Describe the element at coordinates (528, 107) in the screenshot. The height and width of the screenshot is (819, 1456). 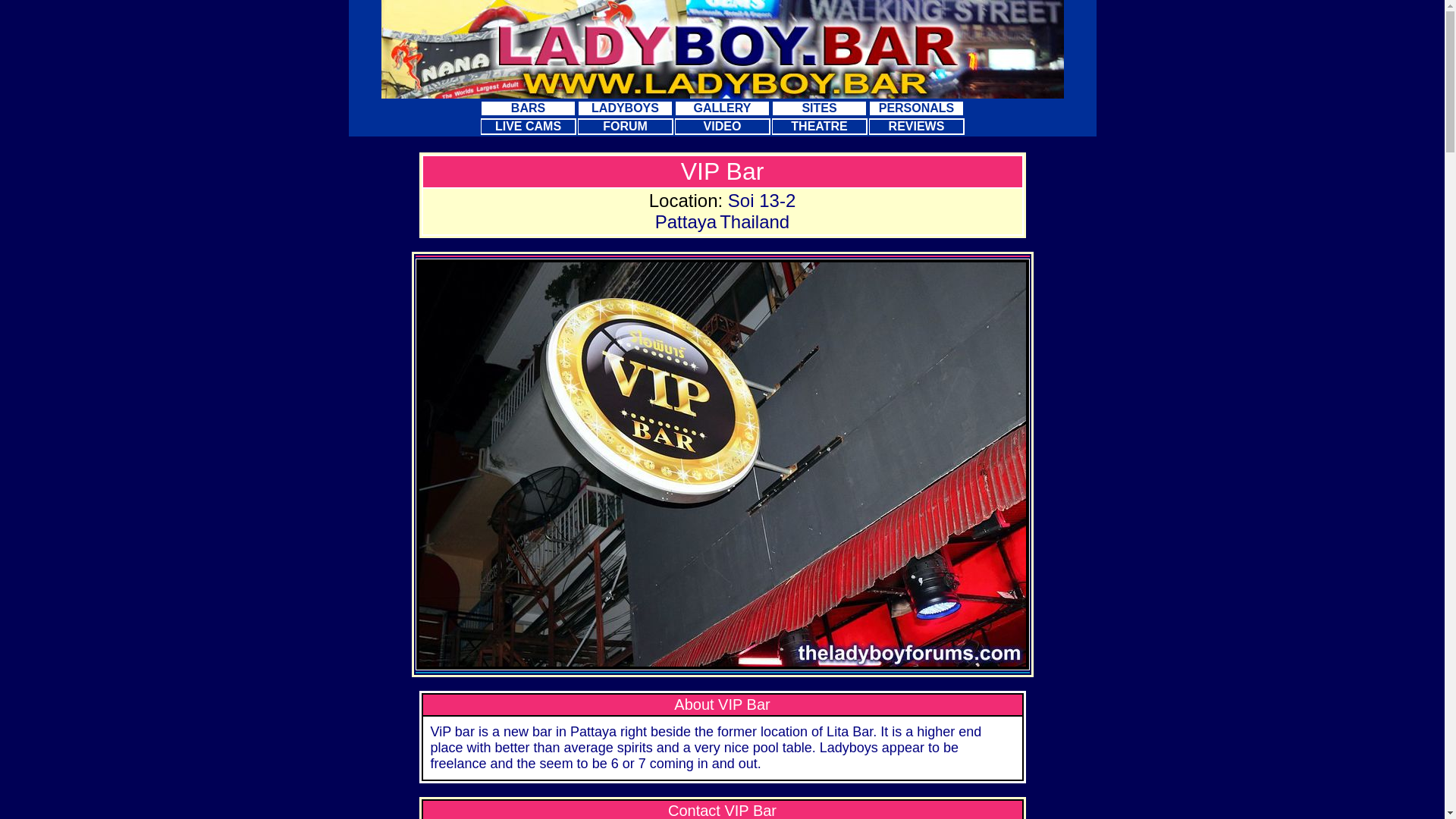
I see `'BARS'` at that location.